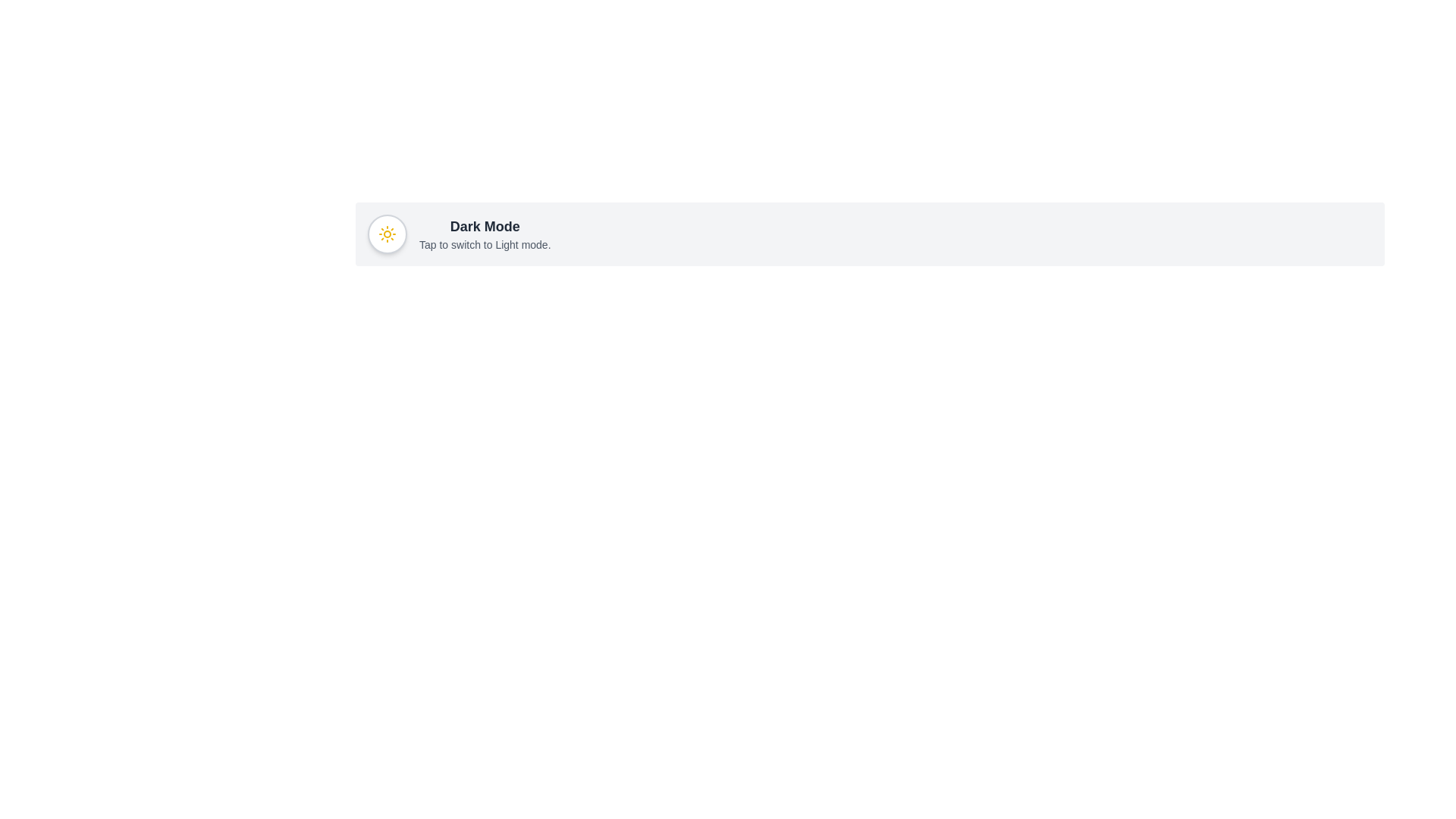 The image size is (1456, 819). What do you see at coordinates (387, 234) in the screenshot?
I see `the central SVG icon representing light mode in the toggle switch for adjusting between light and dark themes` at bounding box center [387, 234].